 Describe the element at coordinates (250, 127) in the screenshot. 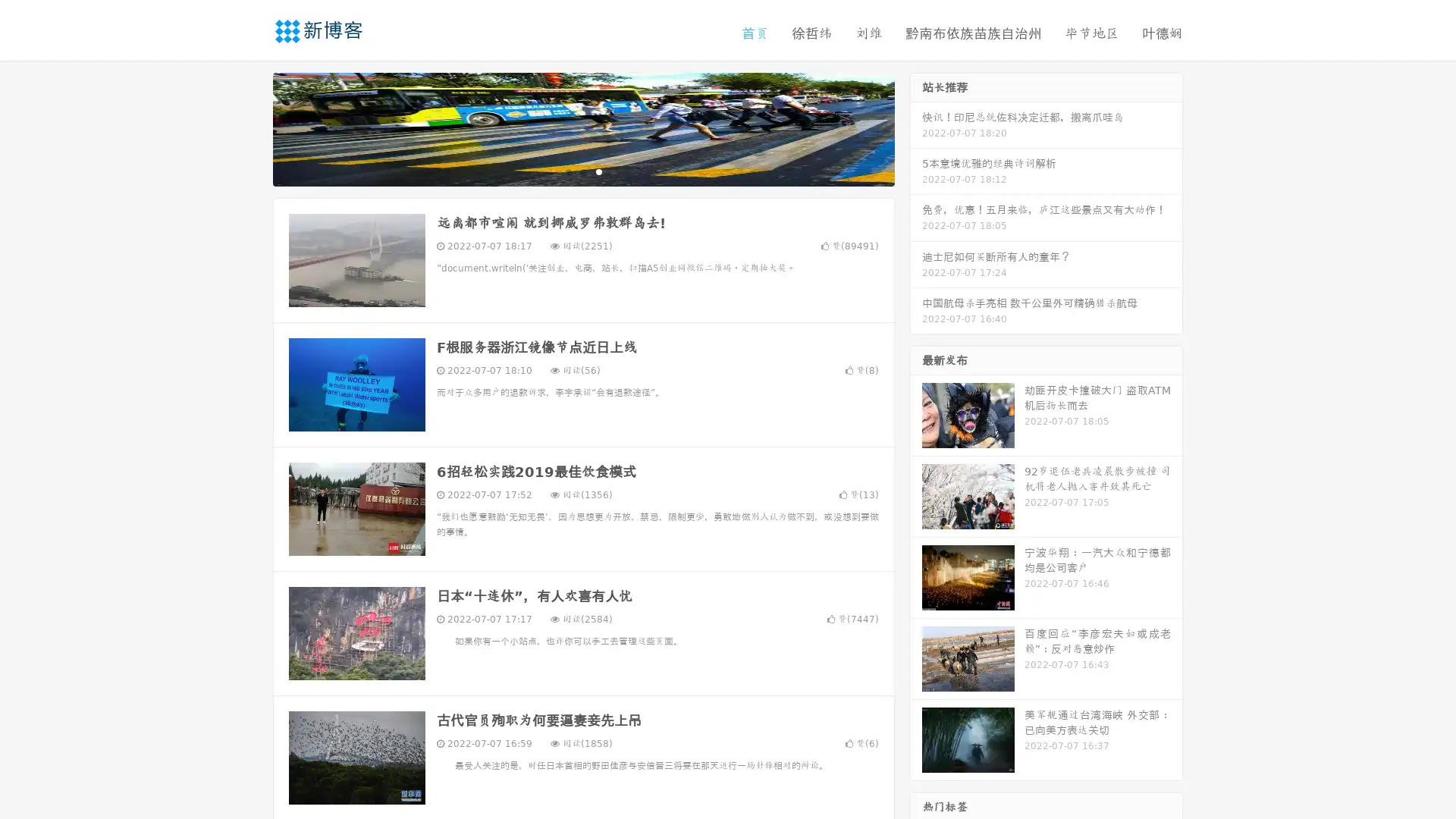

I see `Previous slide` at that location.